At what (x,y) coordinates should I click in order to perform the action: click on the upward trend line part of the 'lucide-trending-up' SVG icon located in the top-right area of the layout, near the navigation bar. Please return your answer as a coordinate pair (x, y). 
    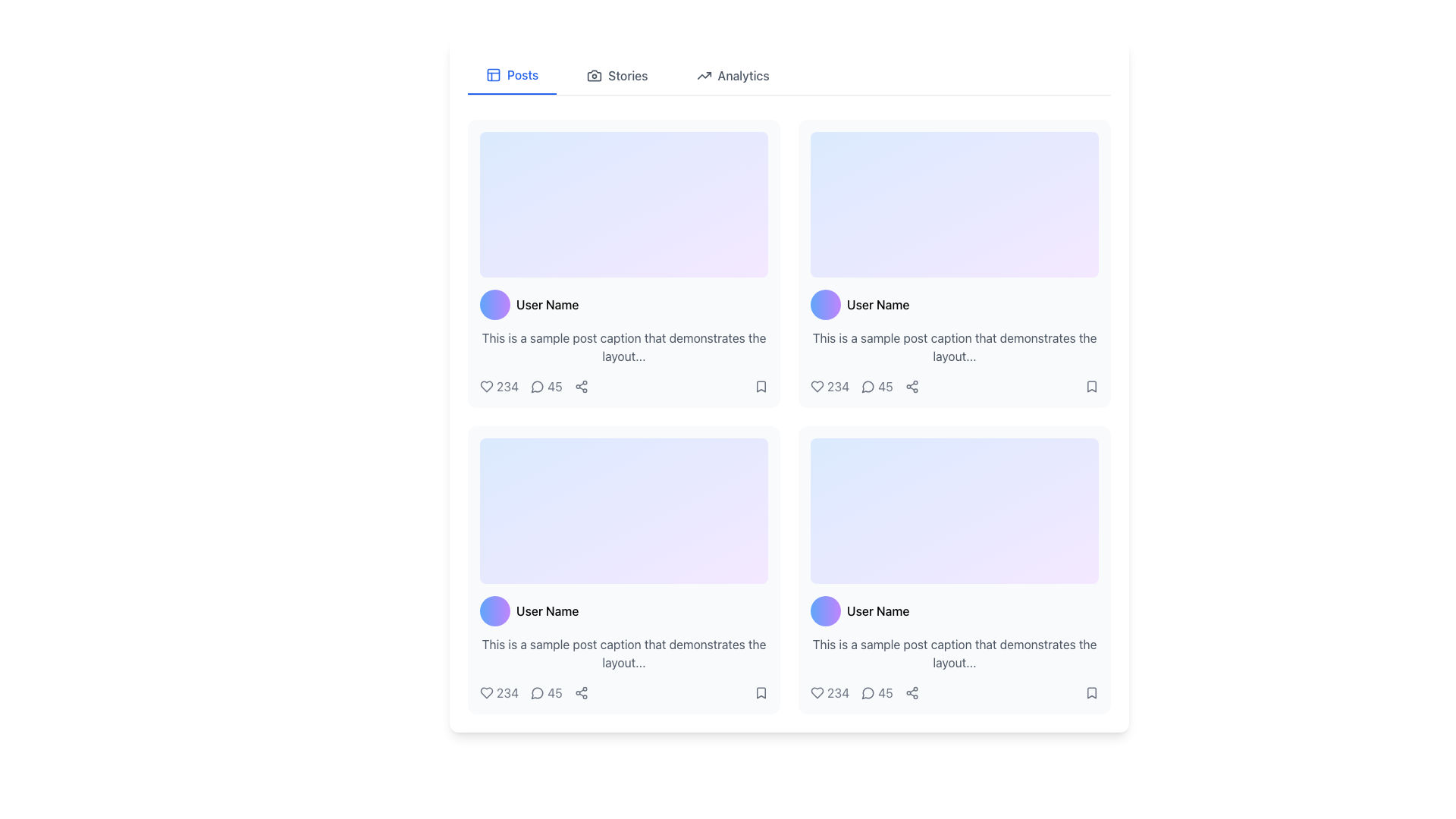
    Looking at the image, I should click on (703, 76).